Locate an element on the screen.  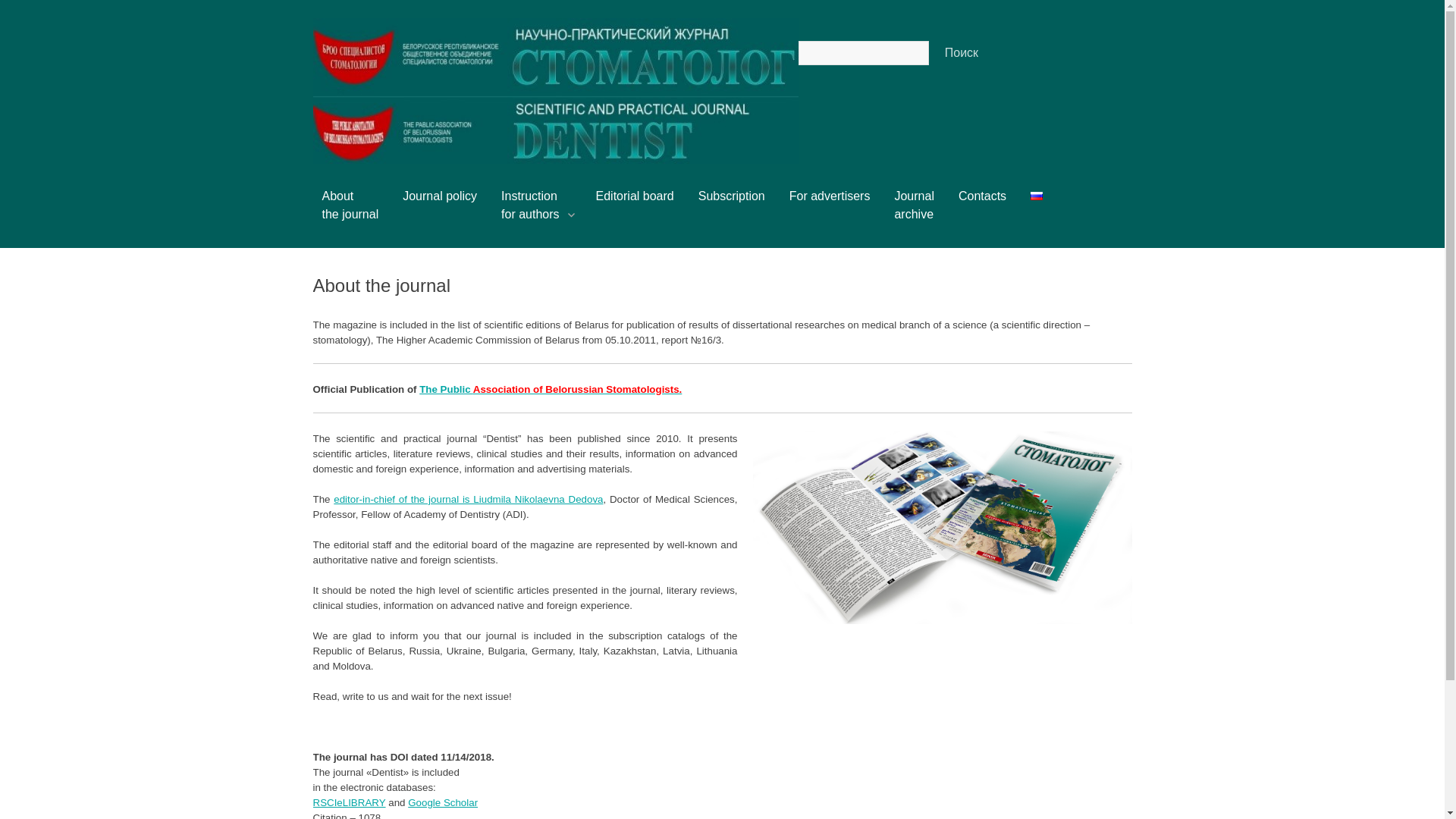
'Contacts' is located at coordinates (957, 201).